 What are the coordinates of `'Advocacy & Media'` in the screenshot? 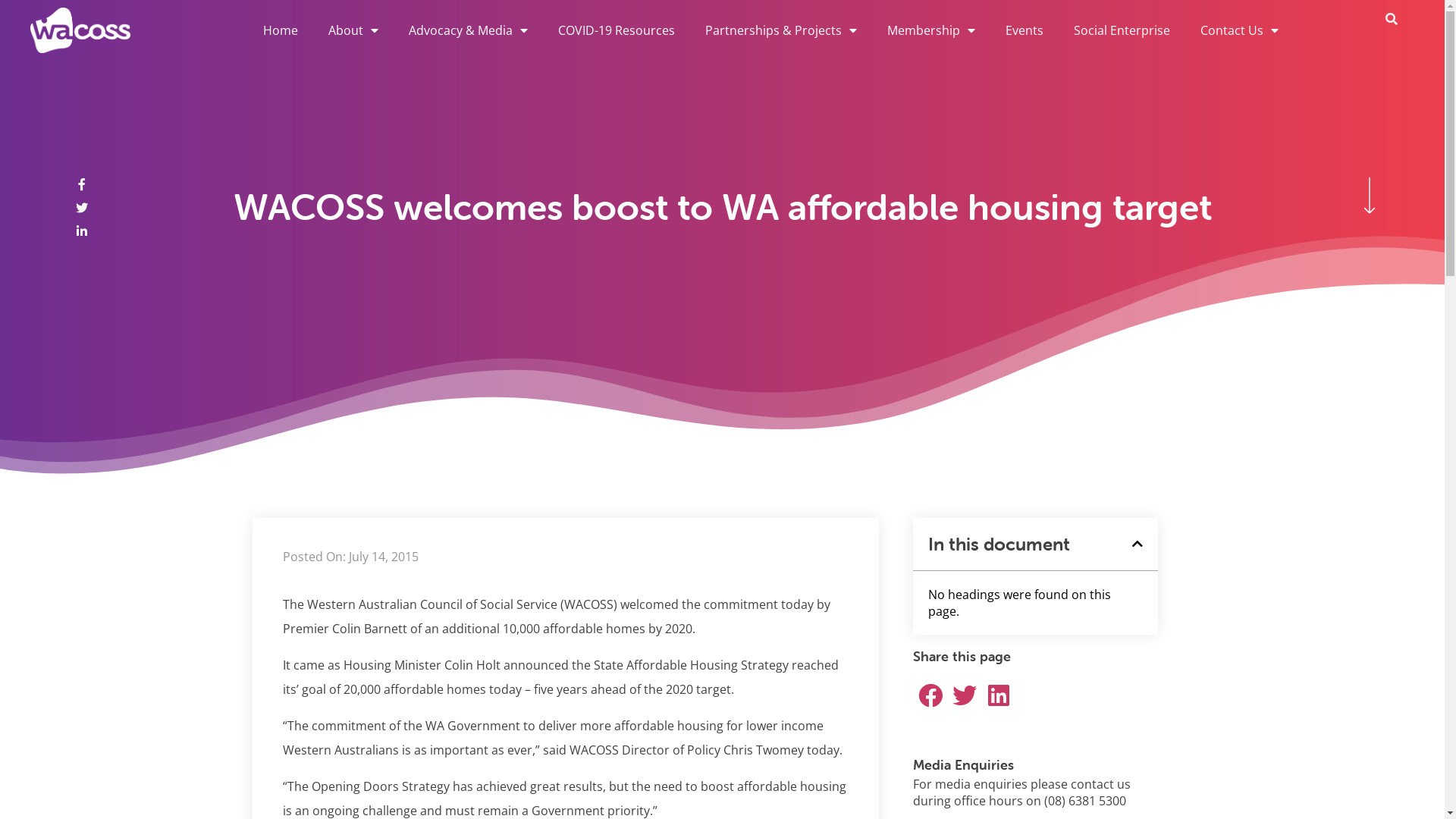 It's located at (467, 30).